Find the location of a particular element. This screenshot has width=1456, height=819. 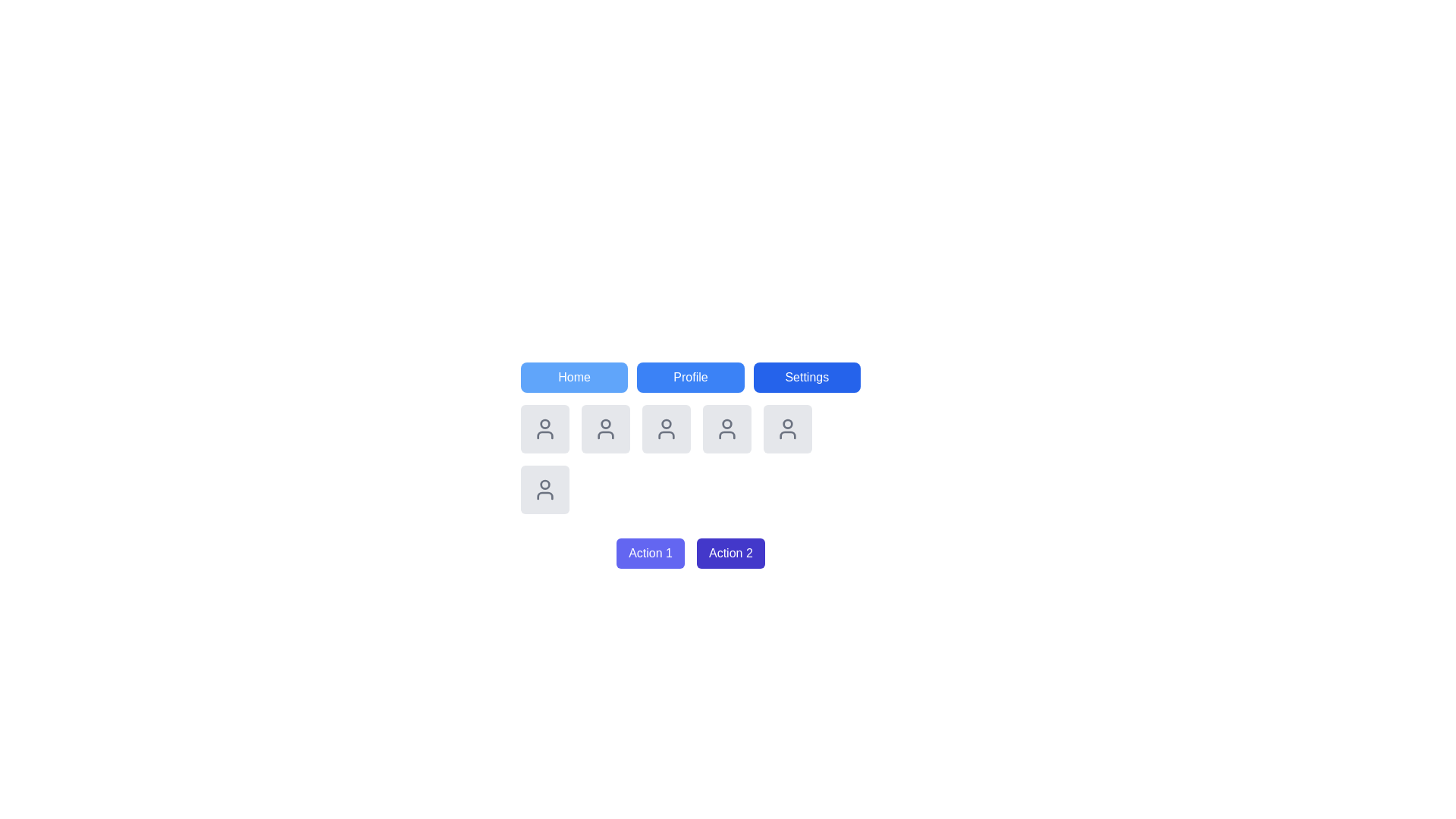

the user icon within the light gray circular background, which is located is located at coordinates (545, 489).